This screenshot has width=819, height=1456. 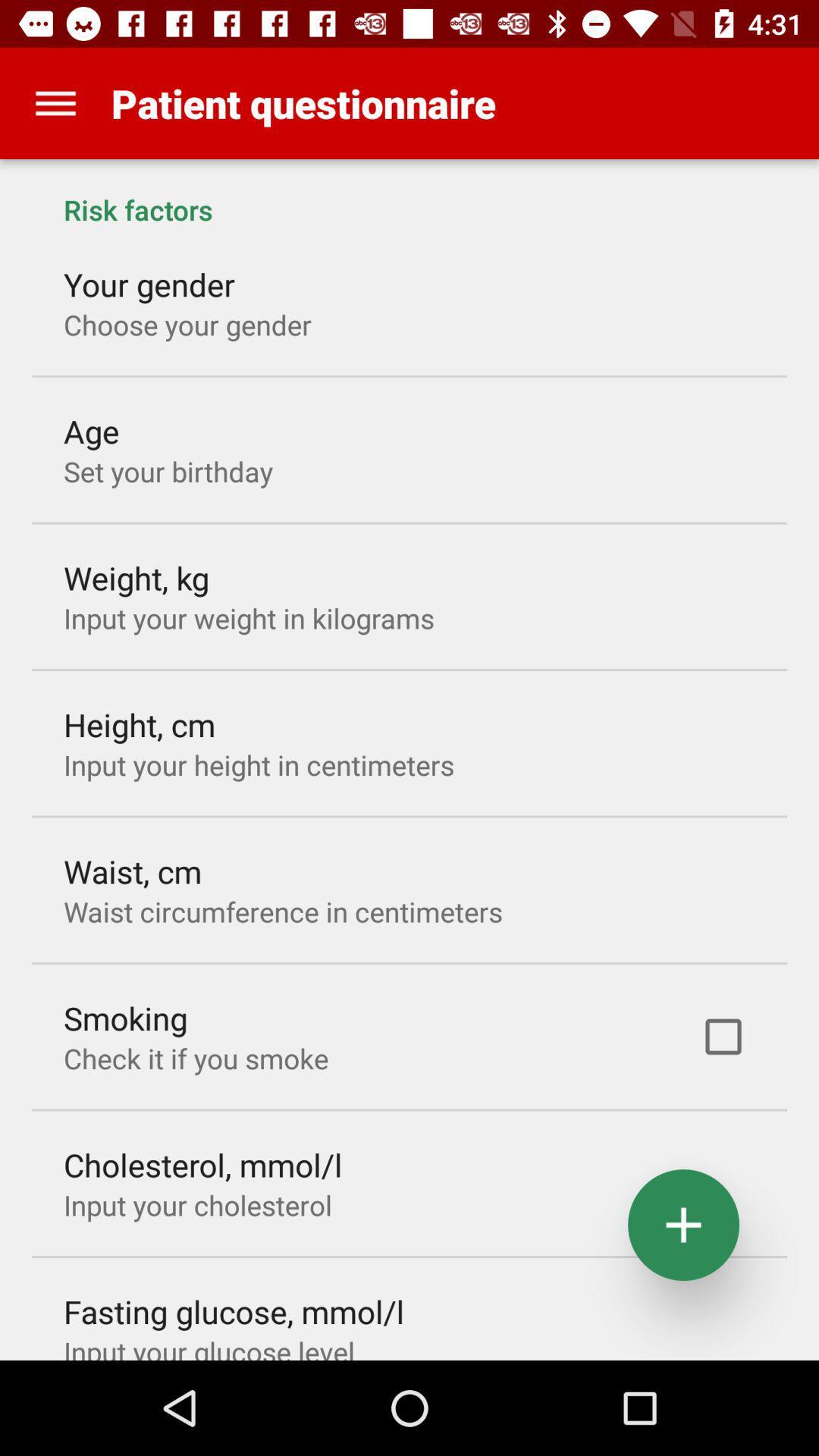 What do you see at coordinates (283, 911) in the screenshot?
I see `the icon at the center` at bounding box center [283, 911].